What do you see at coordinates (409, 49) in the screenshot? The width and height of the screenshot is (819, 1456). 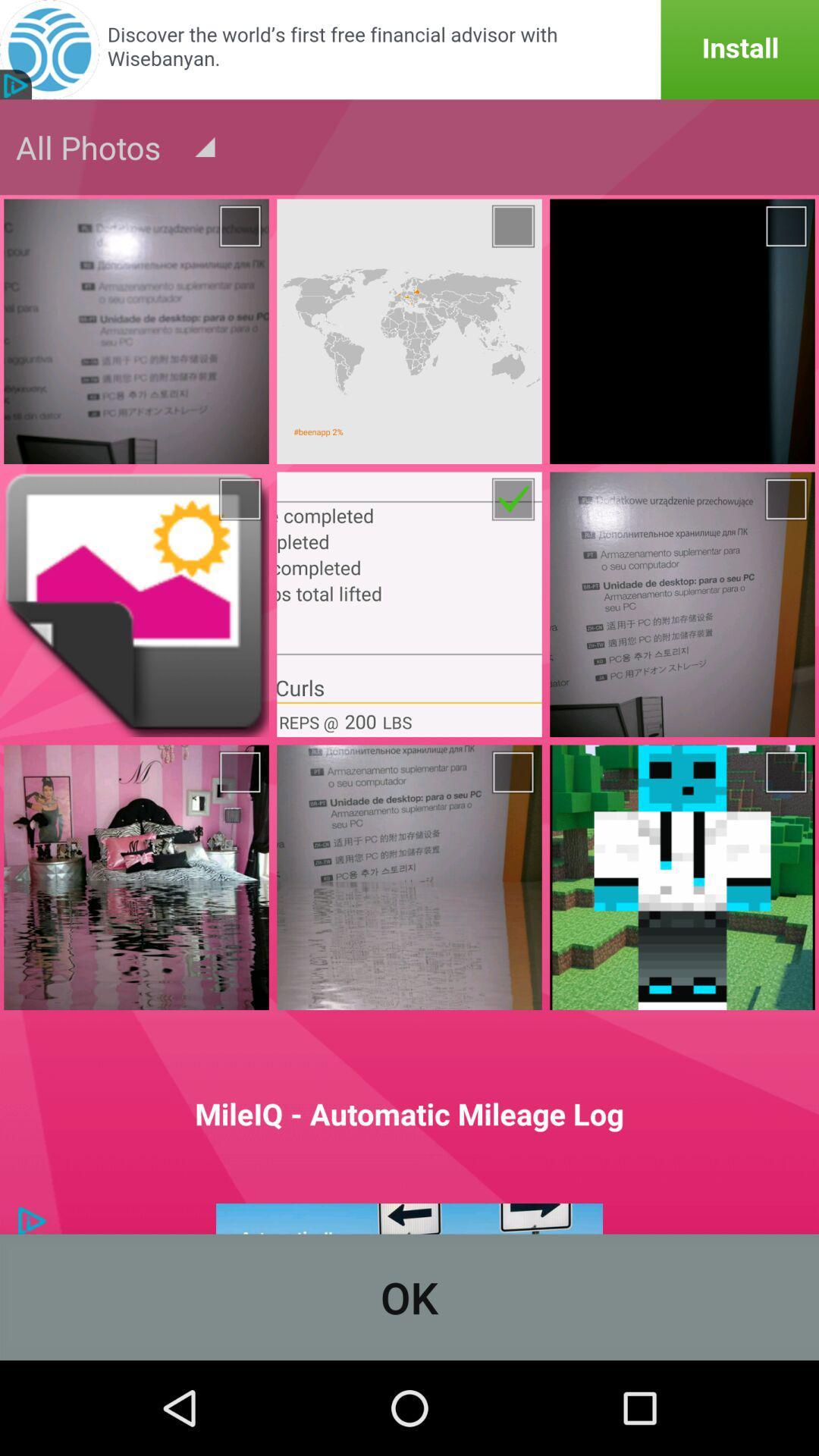 I see `advertisement link` at bounding box center [409, 49].